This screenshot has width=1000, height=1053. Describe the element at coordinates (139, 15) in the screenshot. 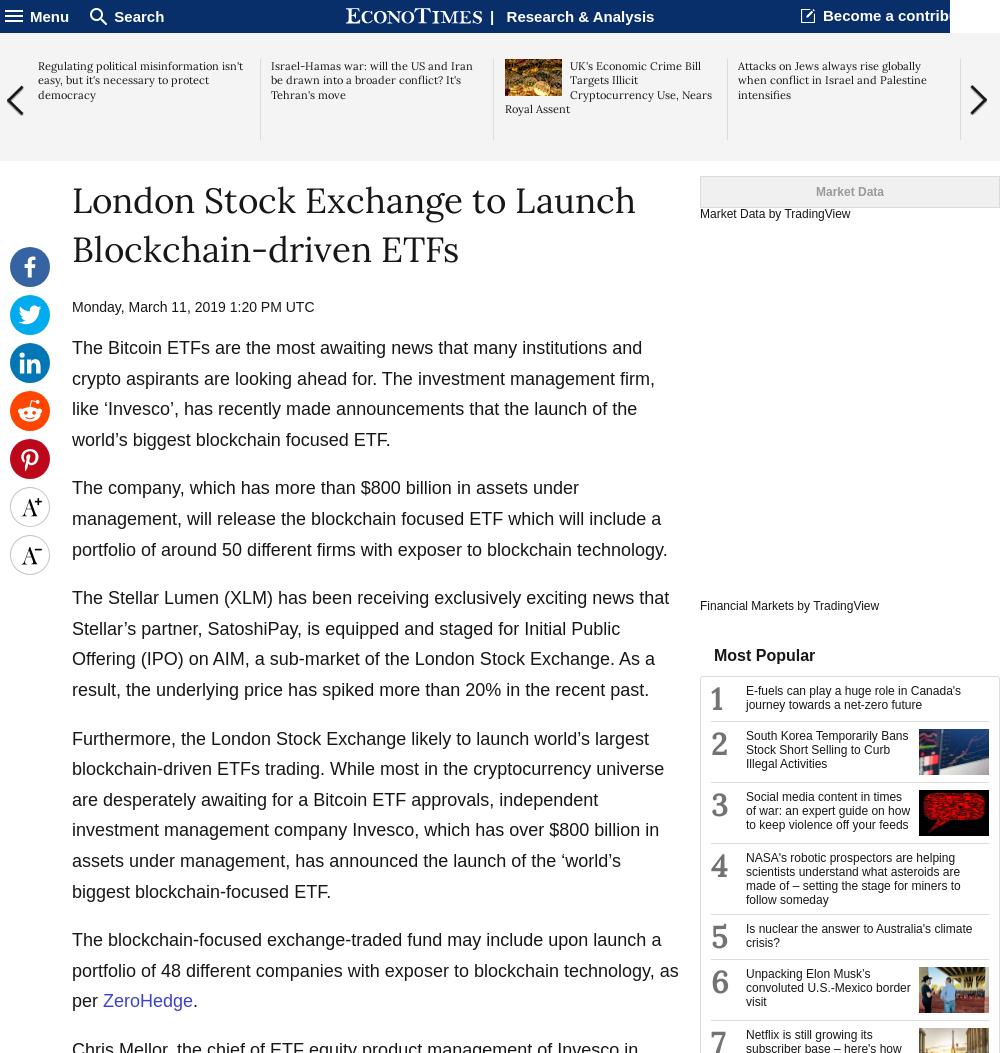

I see `'Search'` at that location.